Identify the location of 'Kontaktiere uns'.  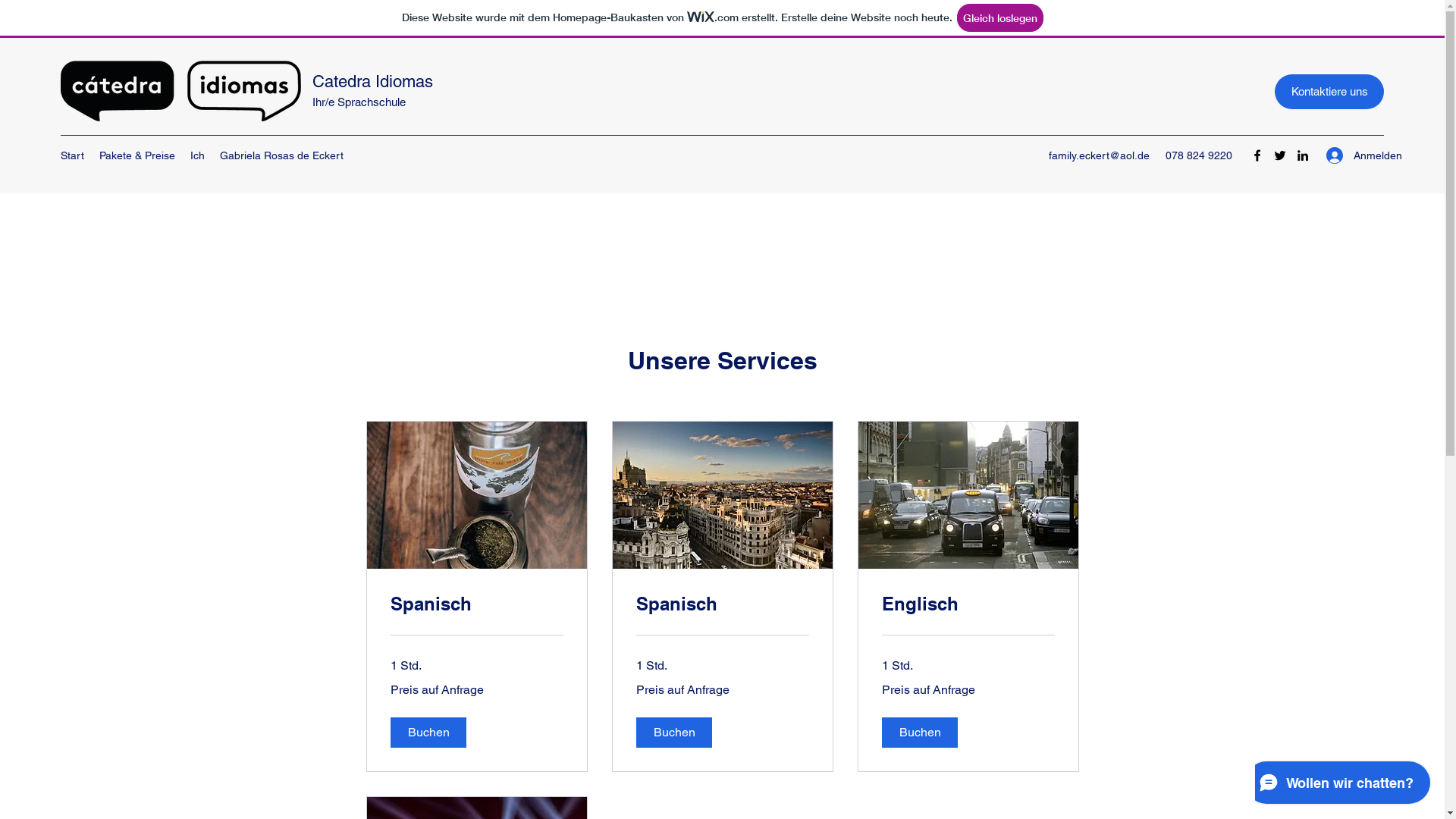
(1274, 91).